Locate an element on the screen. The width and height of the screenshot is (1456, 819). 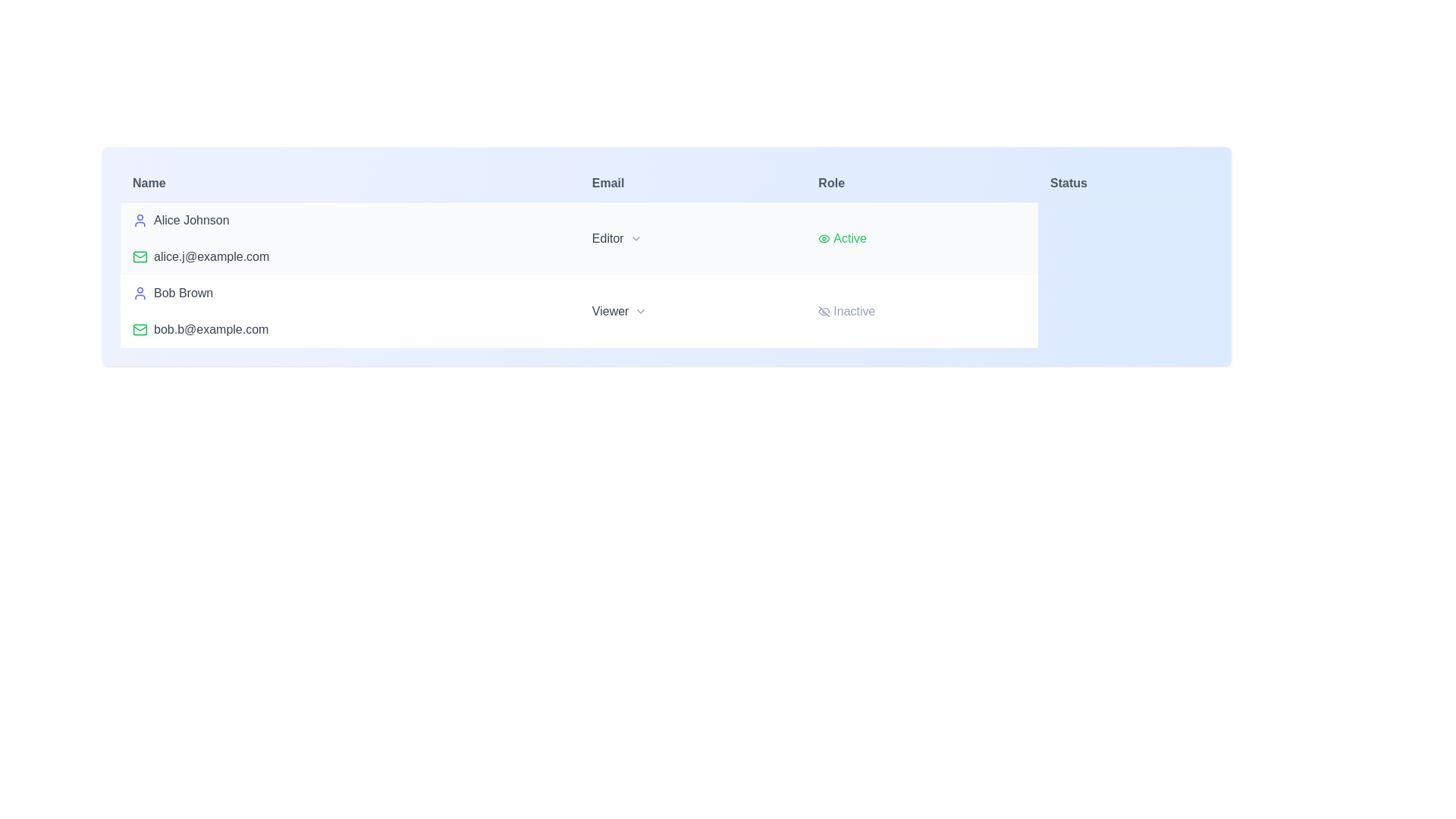
the table header row containing the labels 'Name', 'Email', 'Role' is located at coordinates (667, 183).